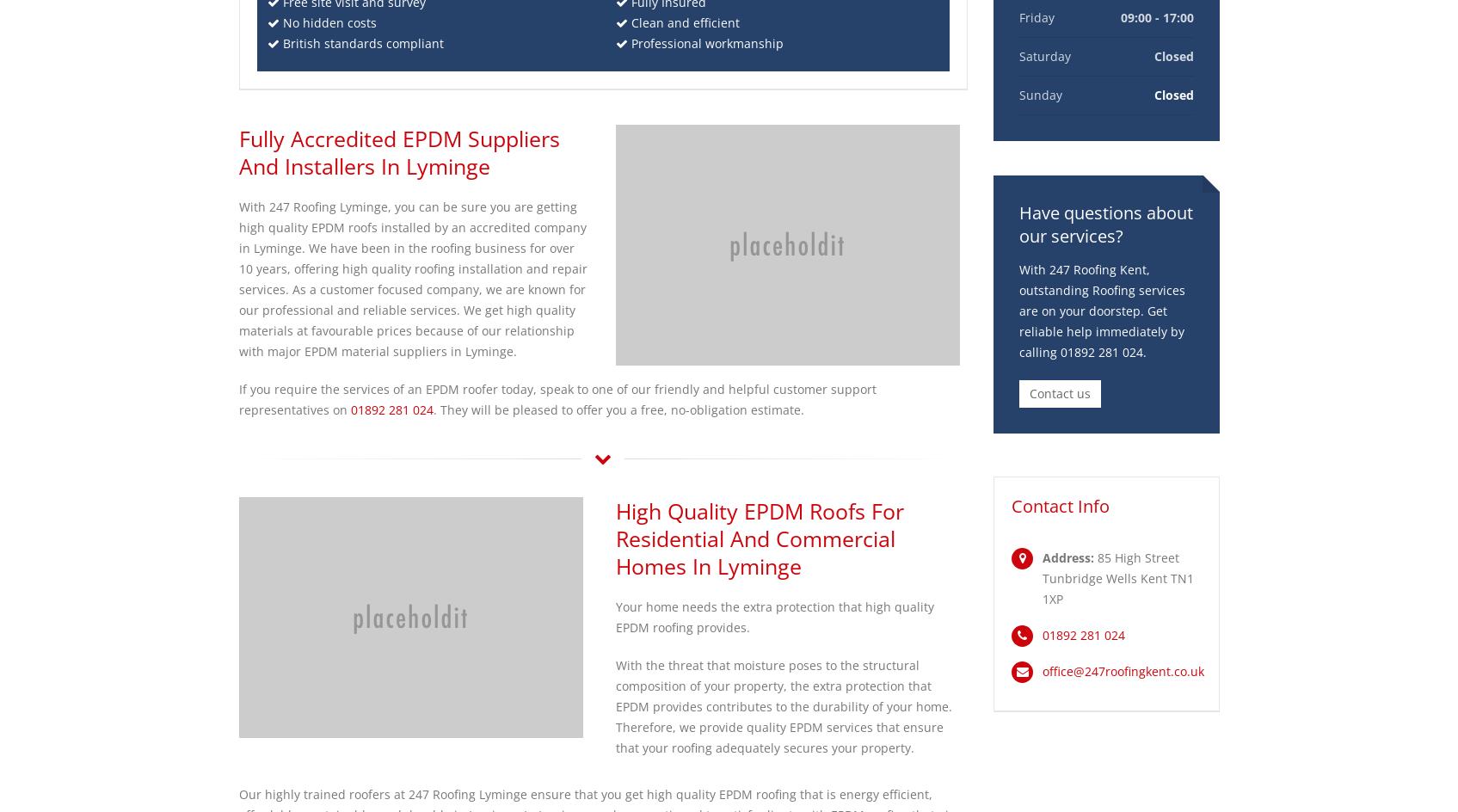 The height and width of the screenshot is (812, 1458). Describe the element at coordinates (1156, 17) in the screenshot. I see `'09:00 - 17:00'` at that location.